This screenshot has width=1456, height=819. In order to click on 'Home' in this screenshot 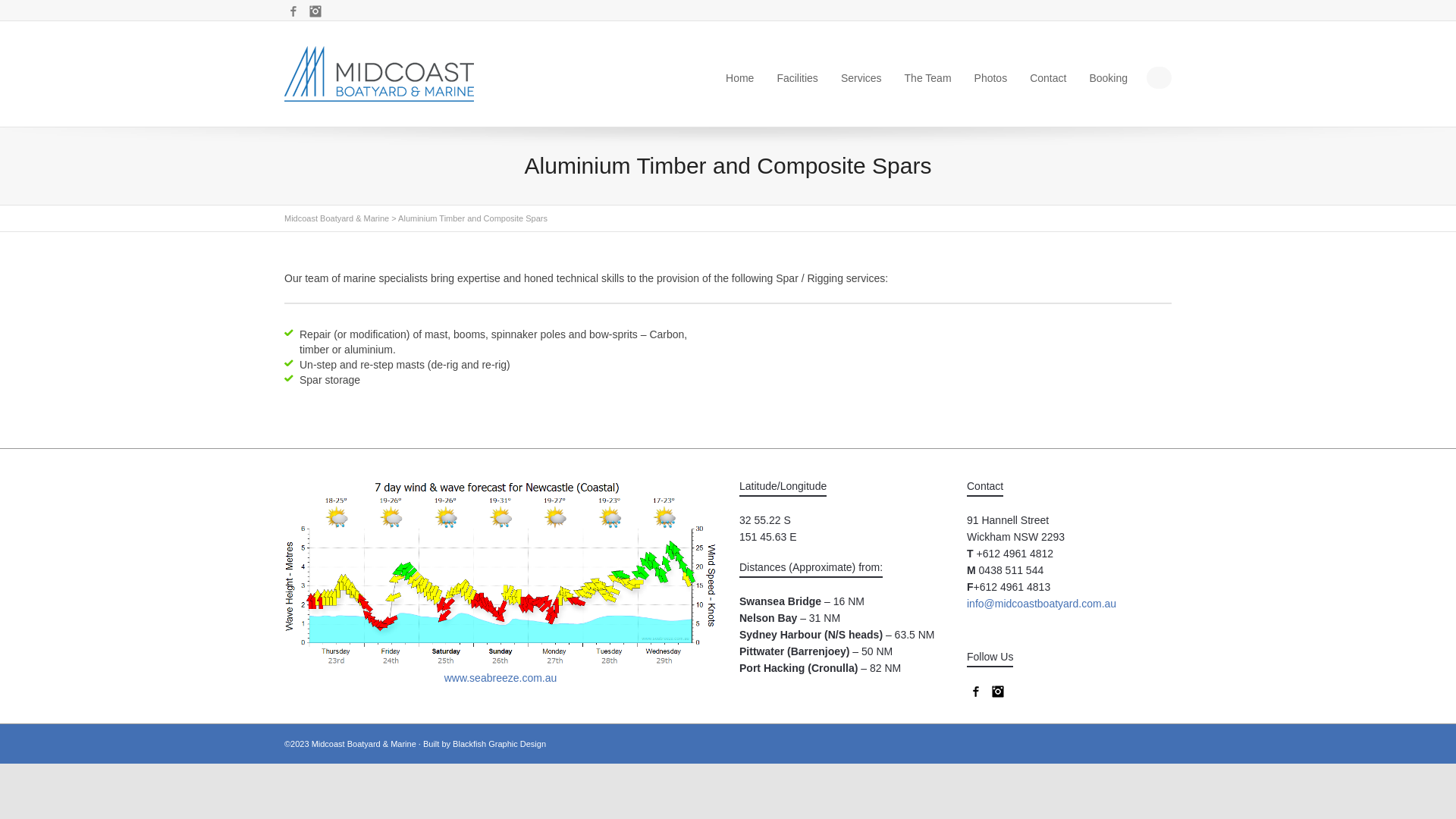, I will do `click(724, 78)`.